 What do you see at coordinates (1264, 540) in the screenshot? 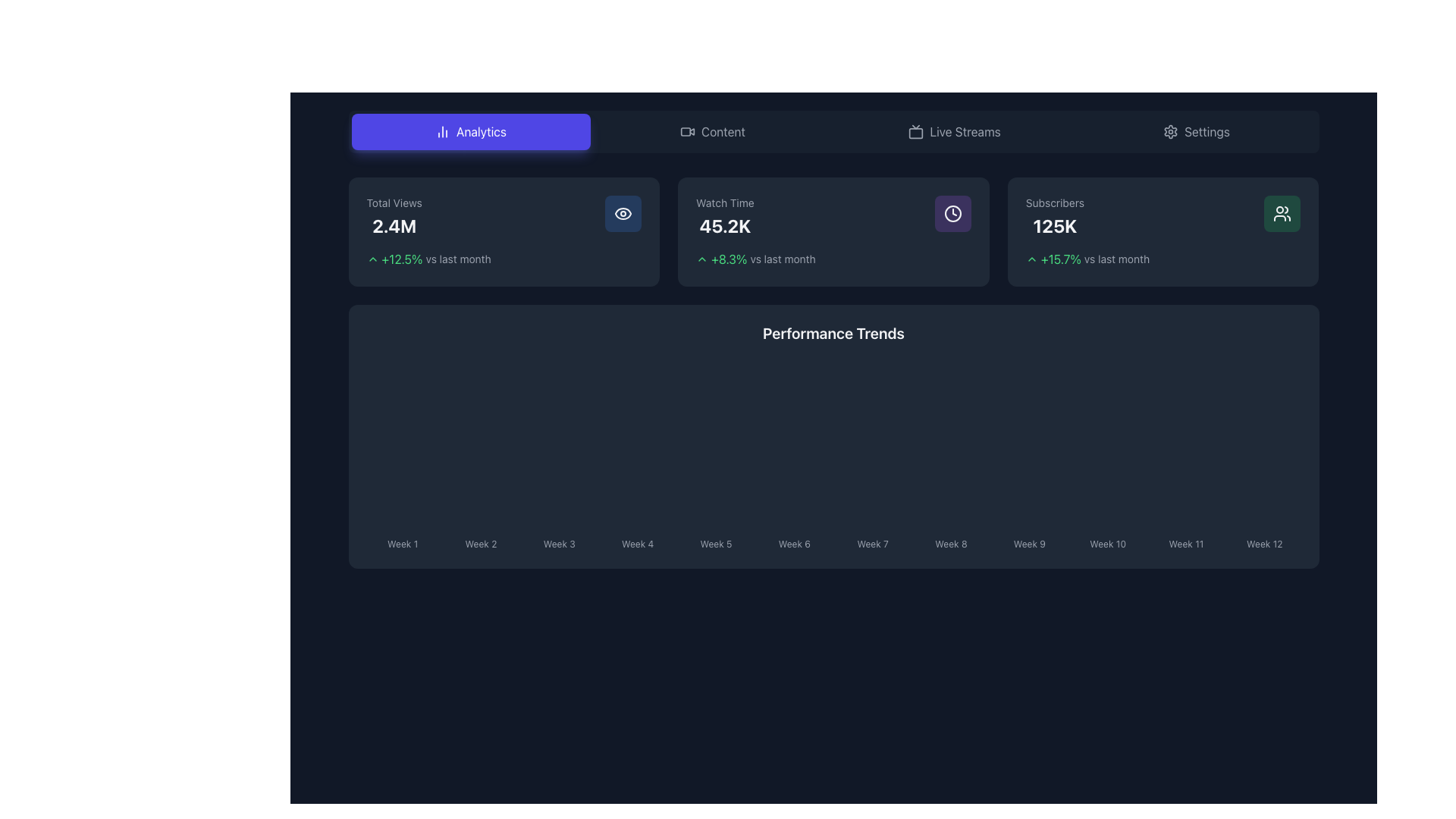
I see `the 'Week 12' label` at bounding box center [1264, 540].